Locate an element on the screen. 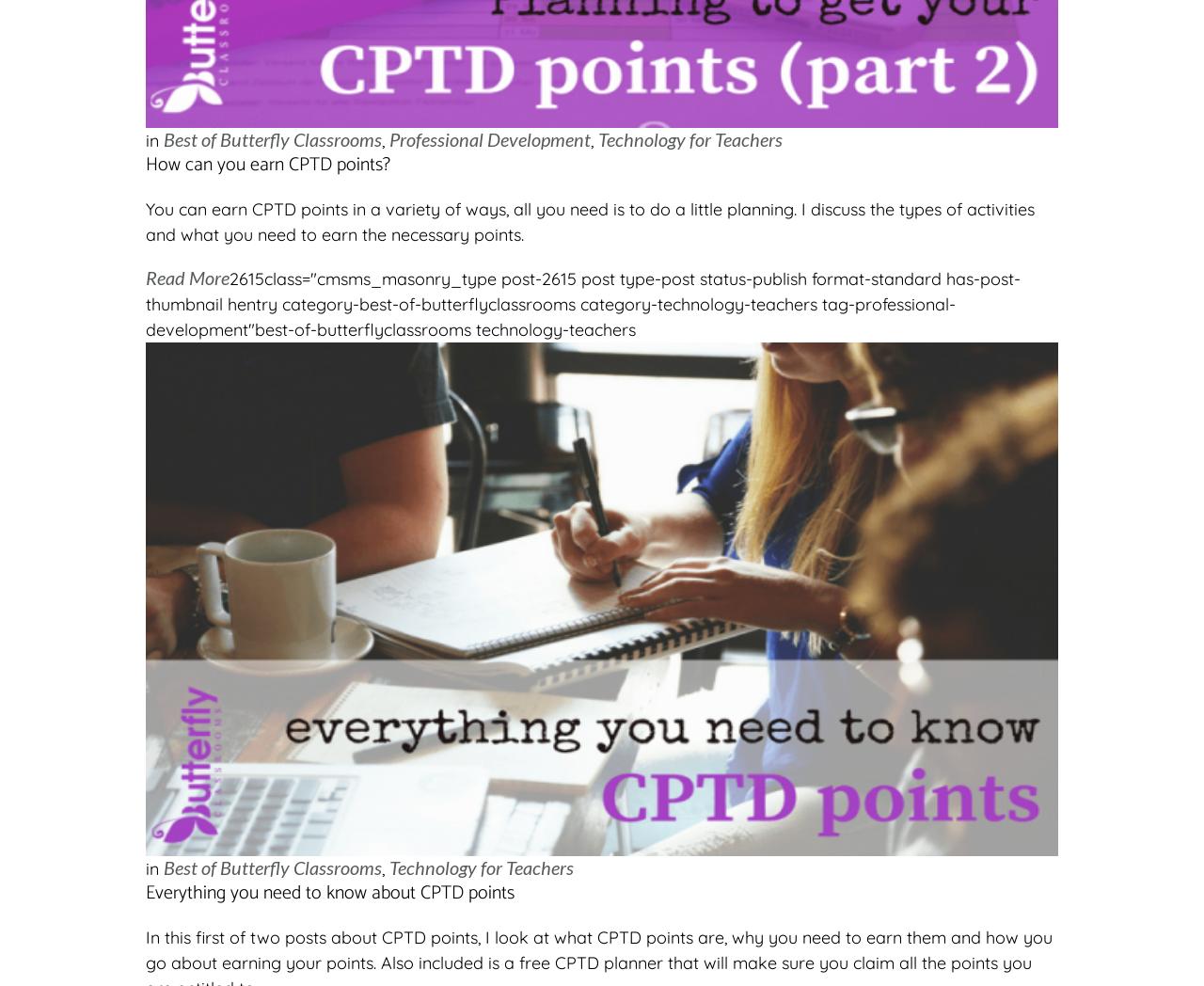  'Professional Development' is located at coordinates (489, 138).